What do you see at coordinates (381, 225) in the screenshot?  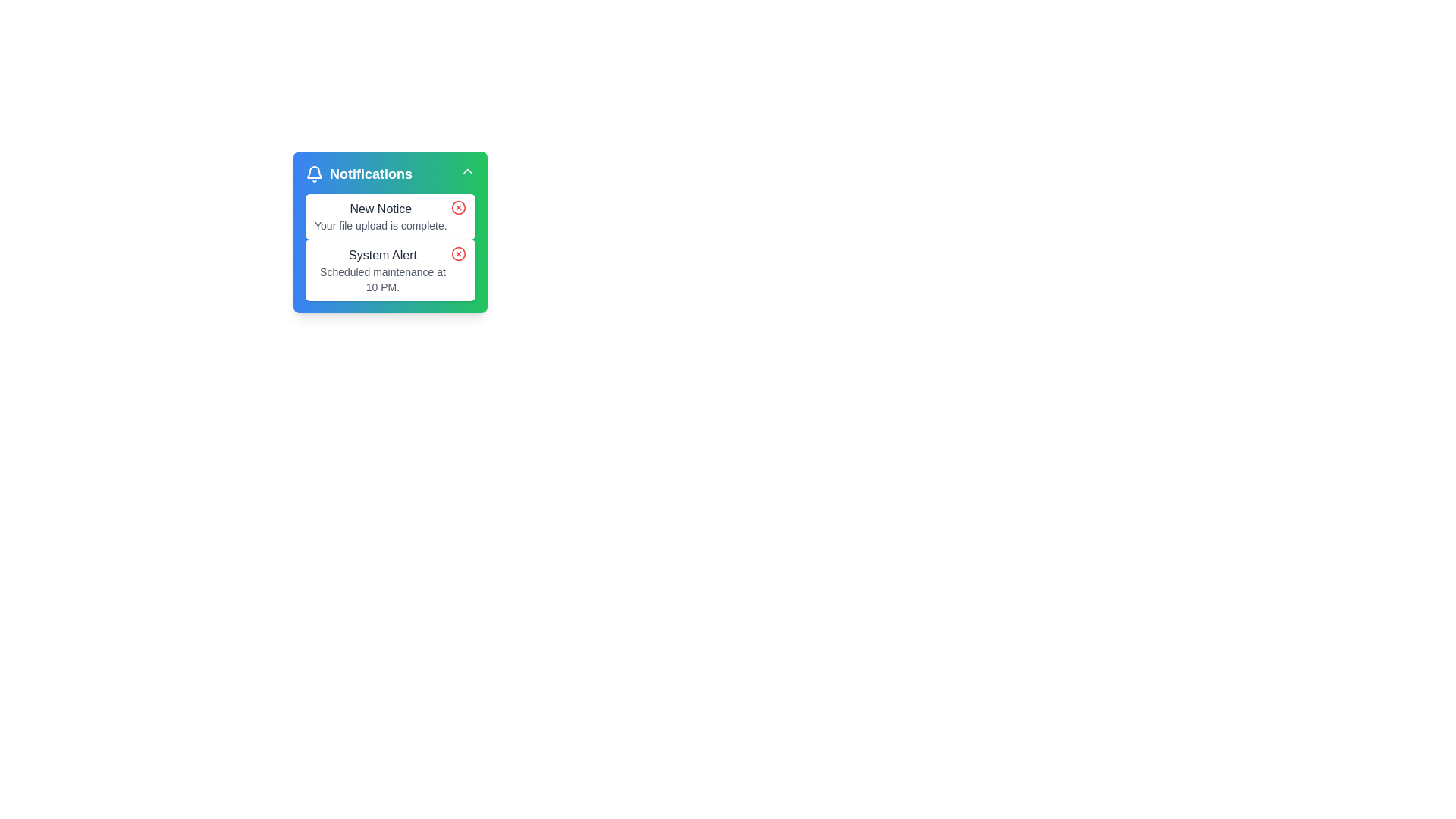 I see `text element displaying 'Your file upload is complete.' located beneath the 'New Notice' heading in the notification panel` at bounding box center [381, 225].